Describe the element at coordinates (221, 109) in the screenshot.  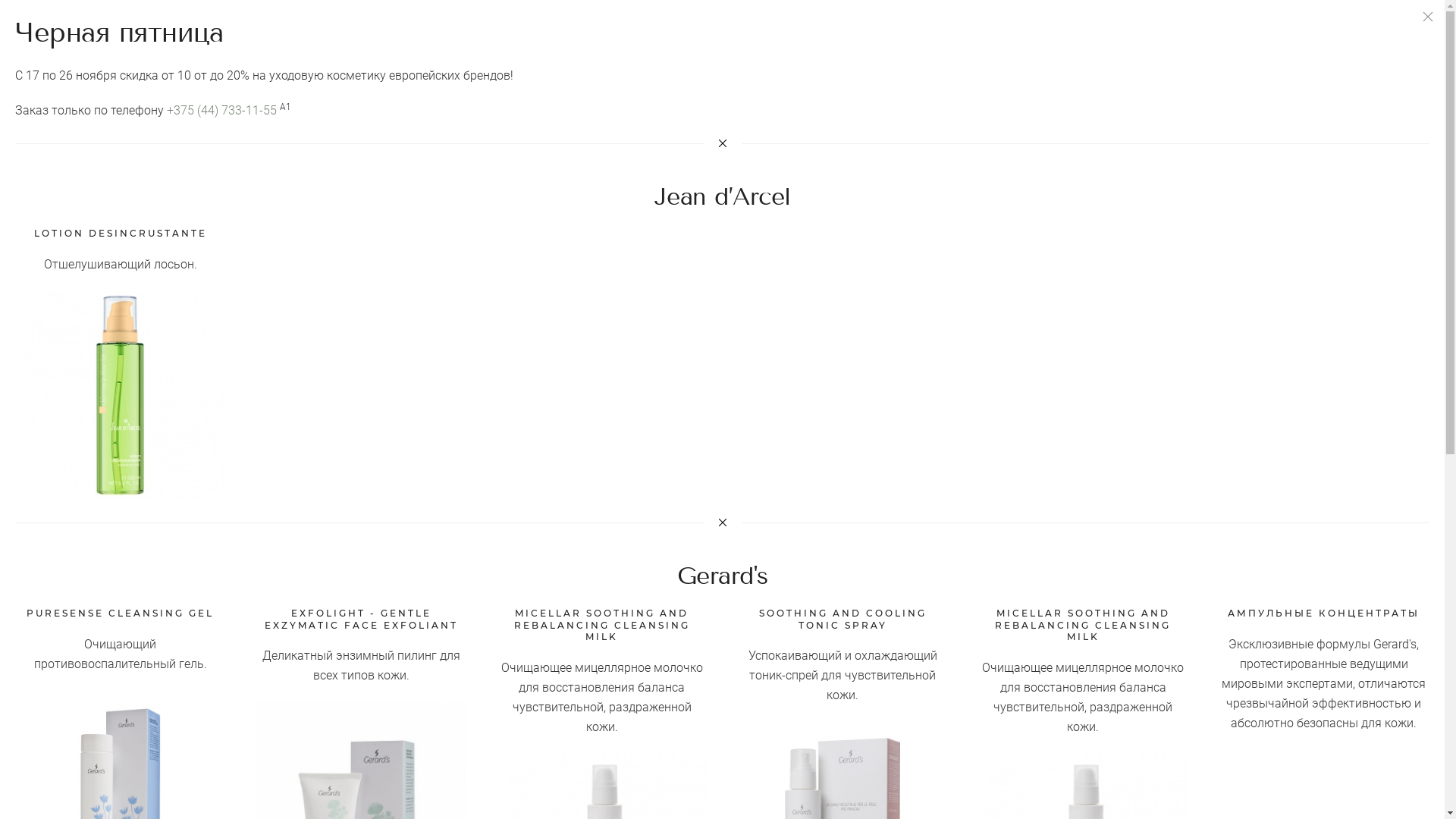
I see `'+375 (44) 733-11-55'` at that location.